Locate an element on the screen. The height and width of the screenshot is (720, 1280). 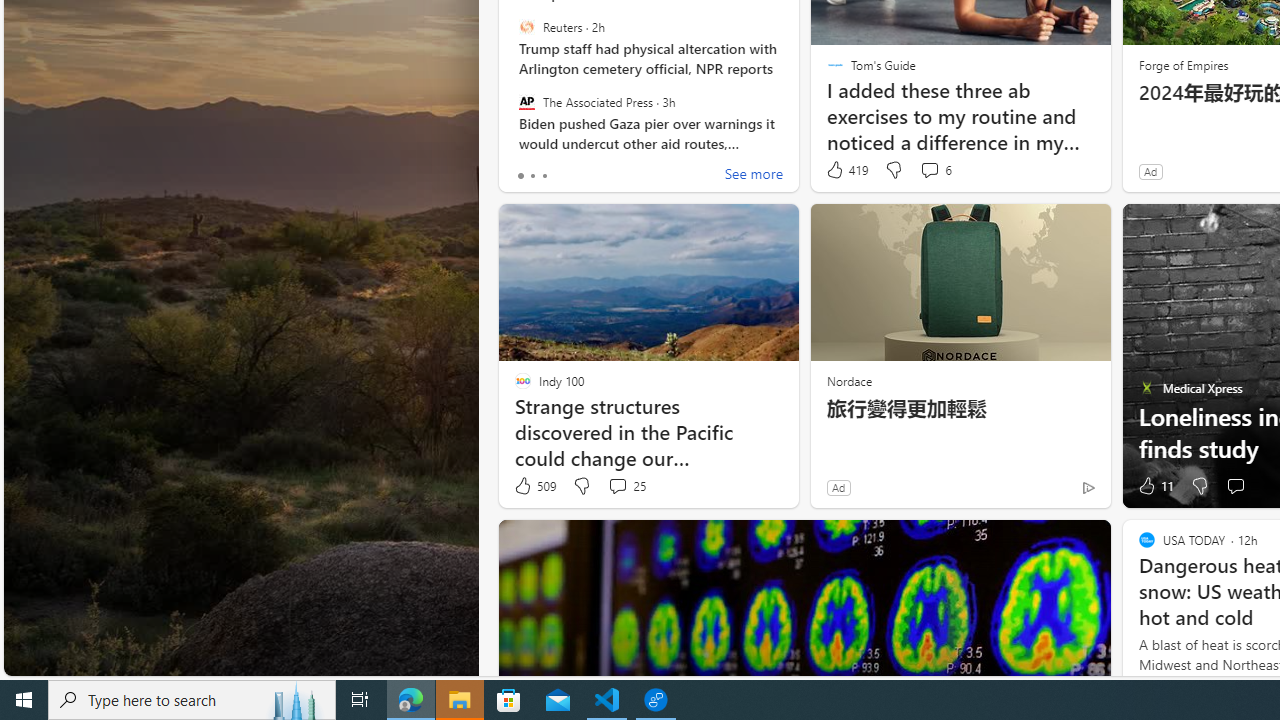
'419 Like' is located at coordinates (846, 169).